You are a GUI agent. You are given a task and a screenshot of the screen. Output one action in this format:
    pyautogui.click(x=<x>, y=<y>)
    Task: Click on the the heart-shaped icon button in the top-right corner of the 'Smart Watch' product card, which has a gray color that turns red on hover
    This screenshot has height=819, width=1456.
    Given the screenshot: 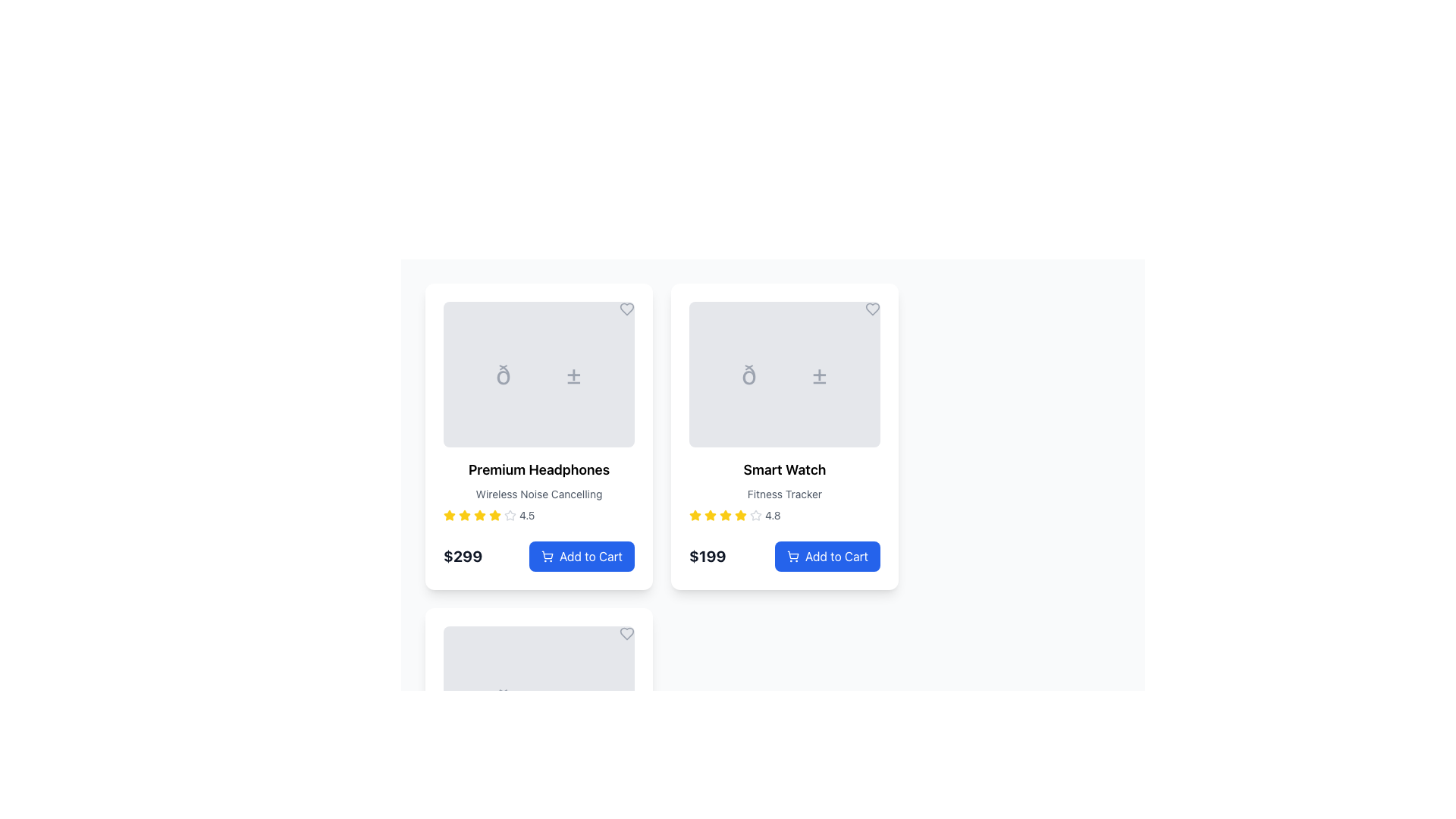 What is the action you would take?
    pyautogui.click(x=873, y=309)
    